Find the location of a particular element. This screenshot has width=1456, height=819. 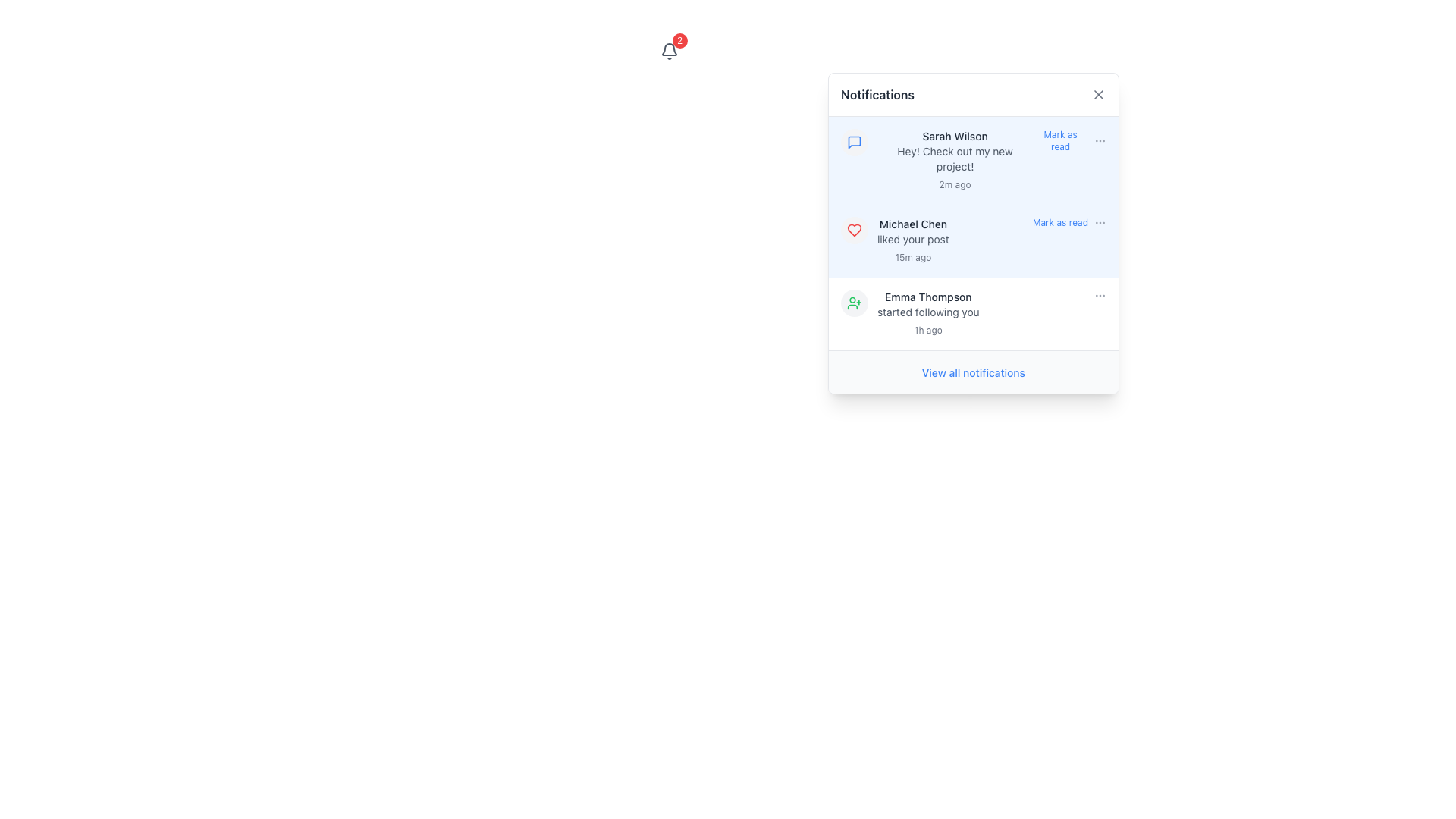

the text label that provides context for the notification, located below the user's name 'Michael Chen' and above the timestamp '15m ago', positioned slightly right under a heart icon is located at coordinates (912, 239).